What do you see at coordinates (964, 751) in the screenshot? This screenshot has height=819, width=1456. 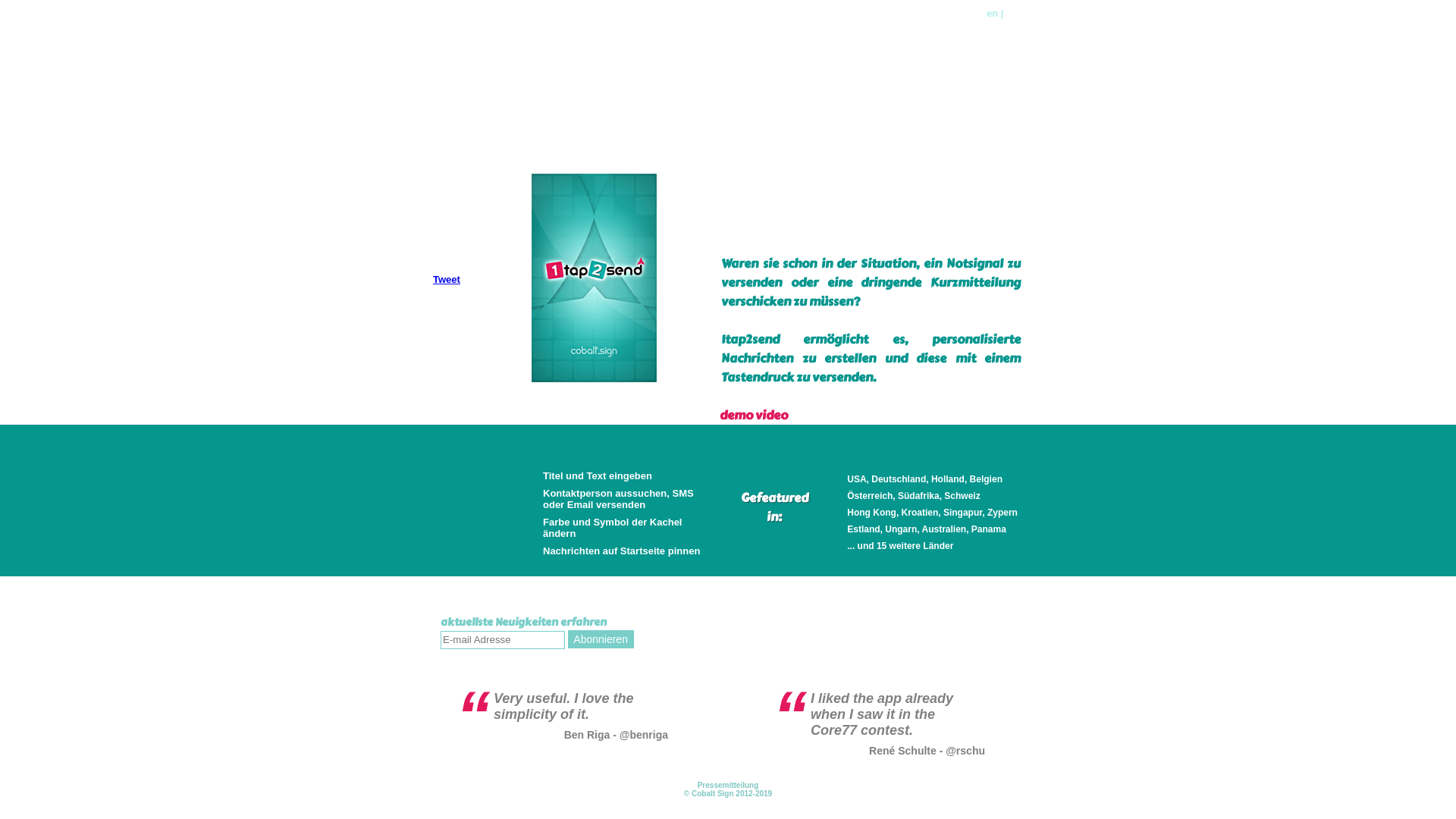 I see `'@rschu'` at bounding box center [964, 751].